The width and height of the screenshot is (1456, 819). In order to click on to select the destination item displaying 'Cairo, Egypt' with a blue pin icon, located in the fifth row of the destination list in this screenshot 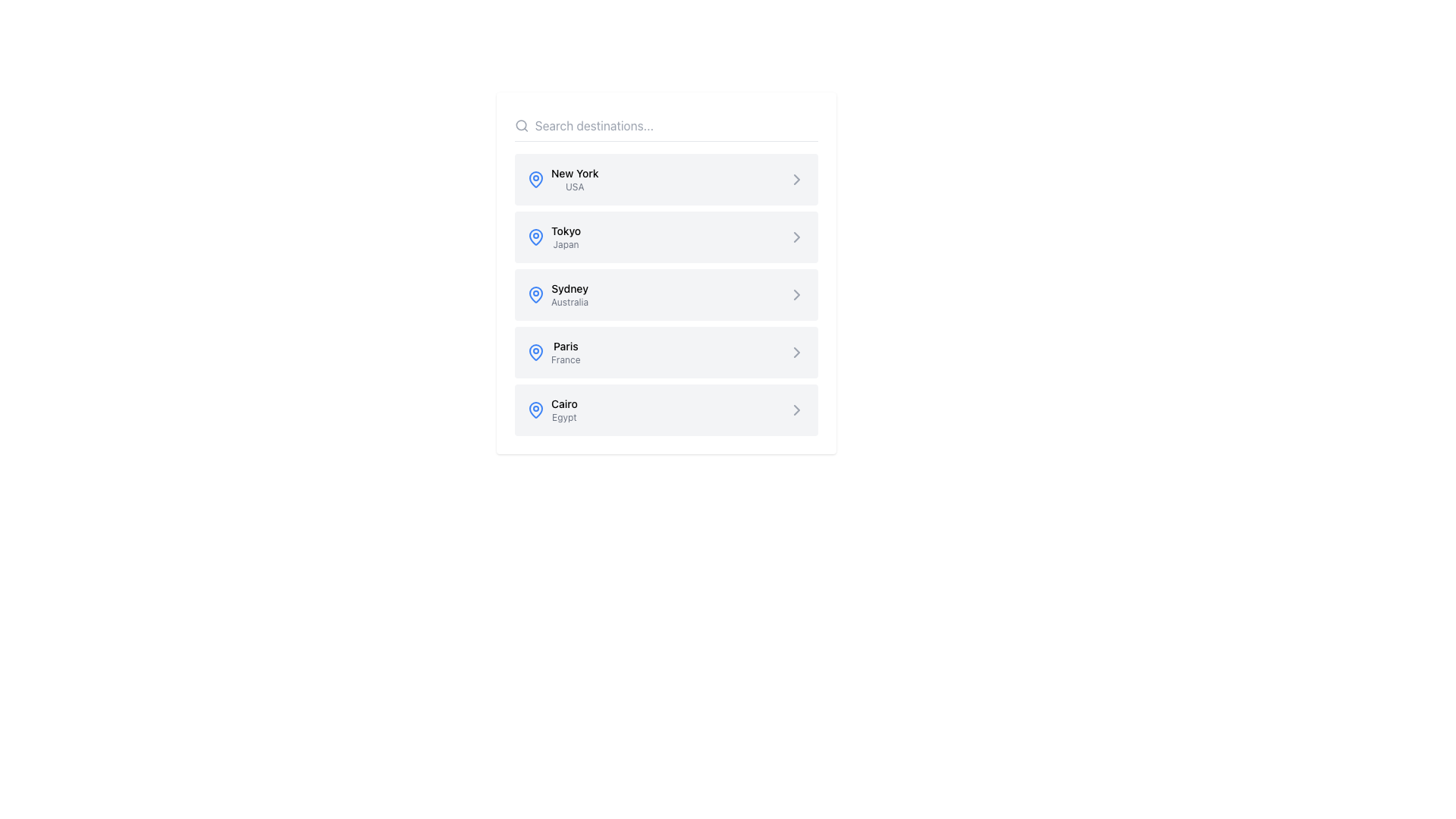, I will do `click(551, 409)`.